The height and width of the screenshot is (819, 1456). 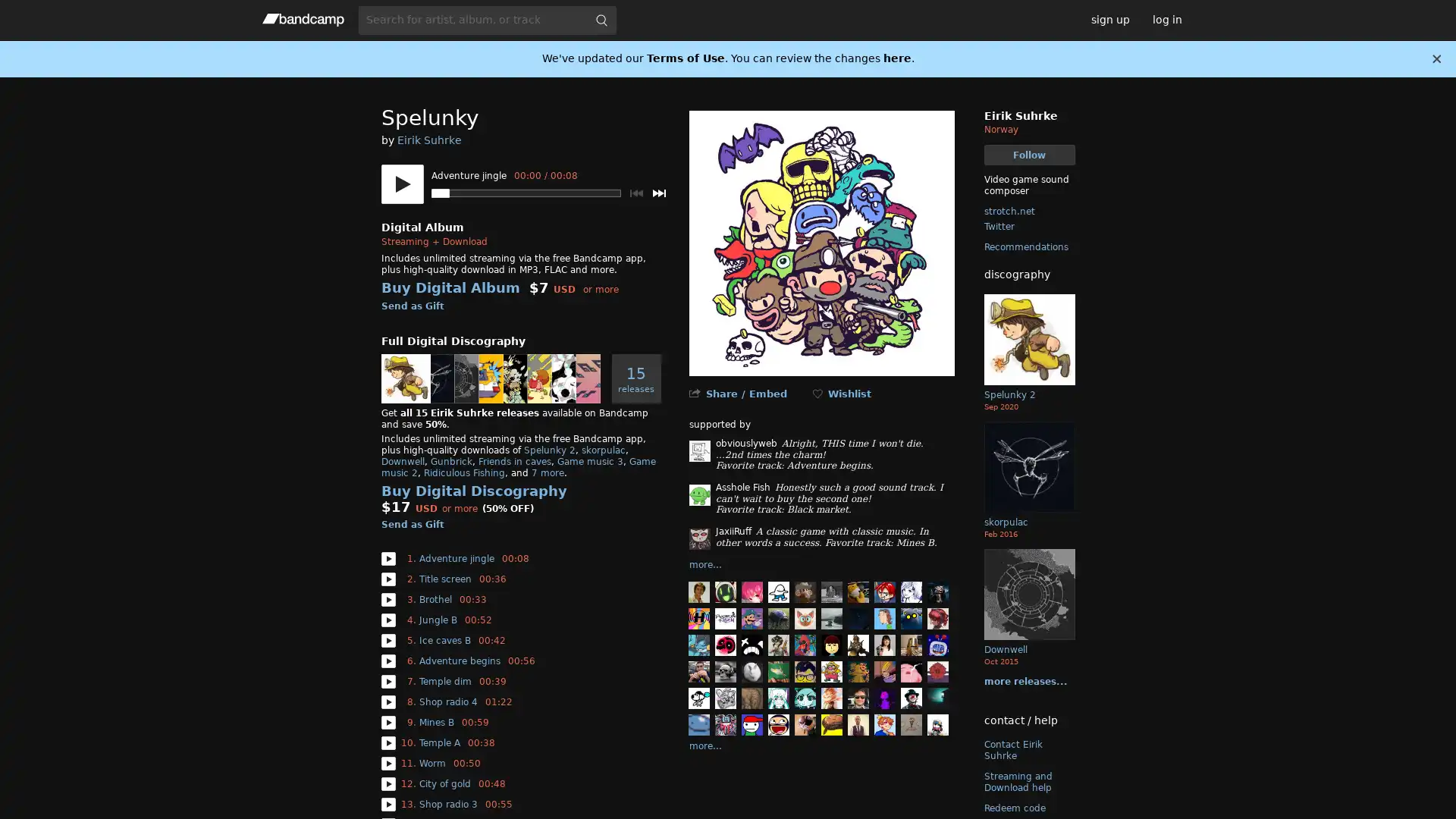 I want to click on Play Ice caves B, so click(x=388, y=640).